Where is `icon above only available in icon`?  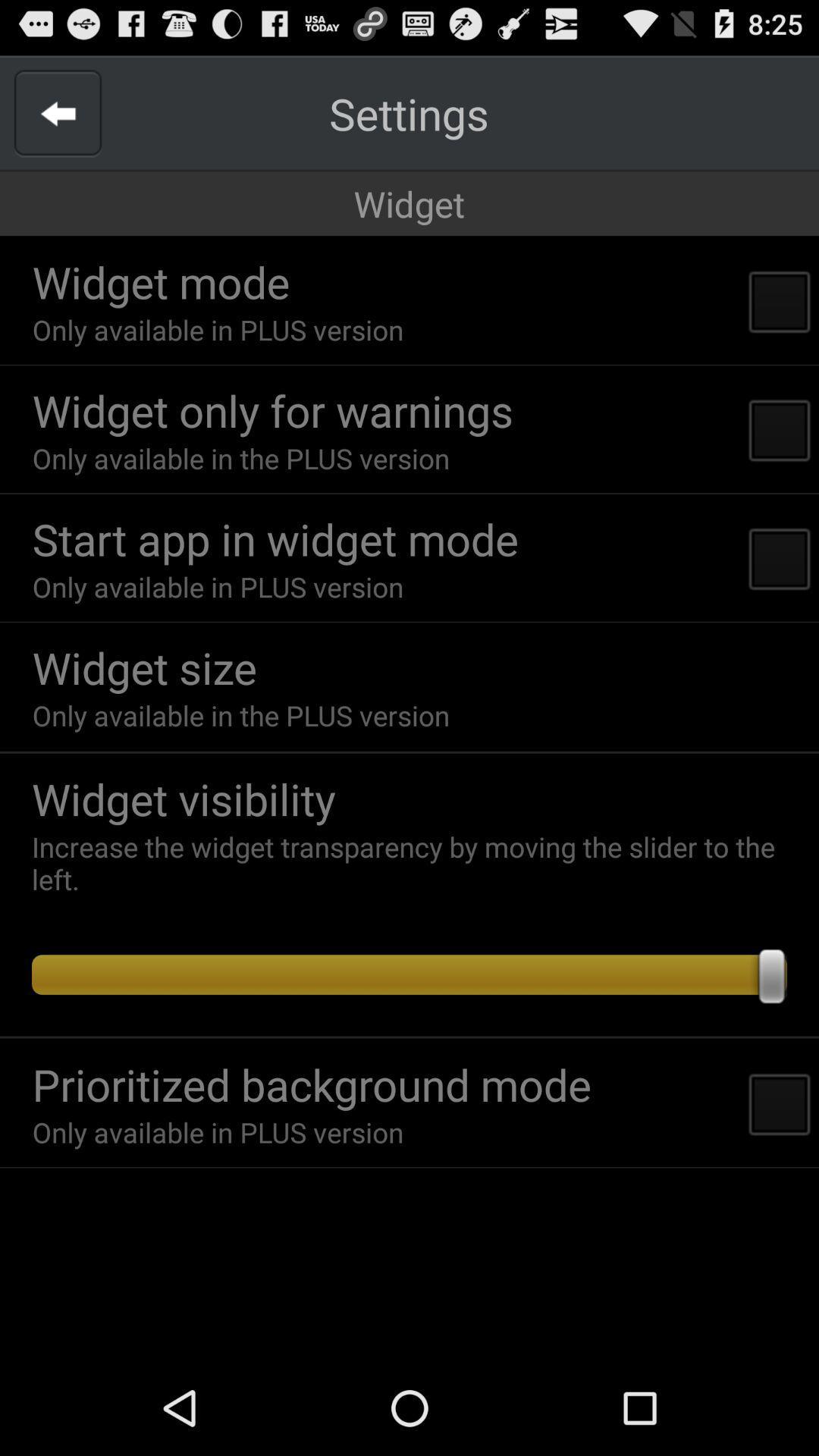
icon above only available in icon is located at coordinates (271, 410).